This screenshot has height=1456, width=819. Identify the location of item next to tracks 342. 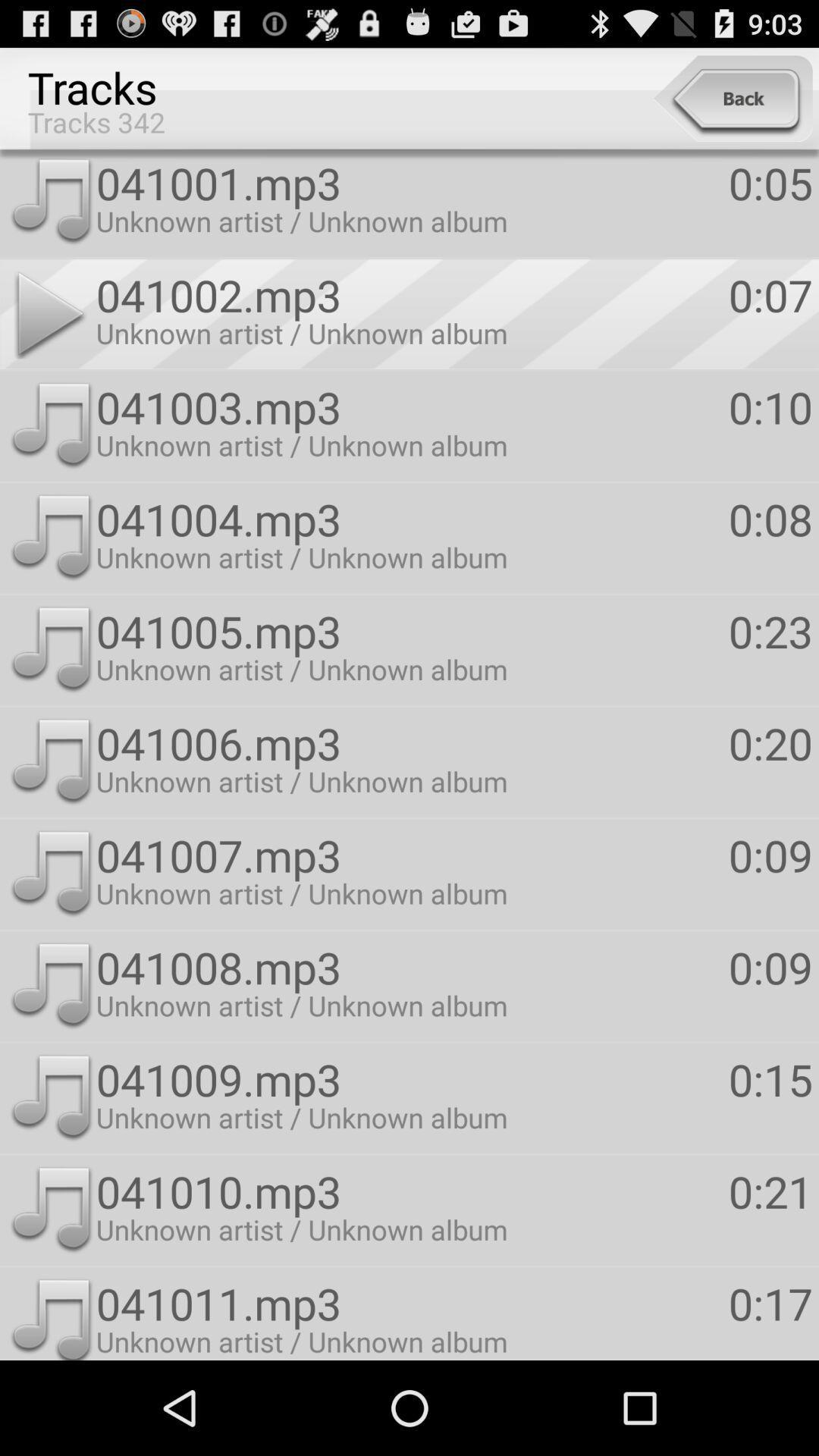
(732, 98).